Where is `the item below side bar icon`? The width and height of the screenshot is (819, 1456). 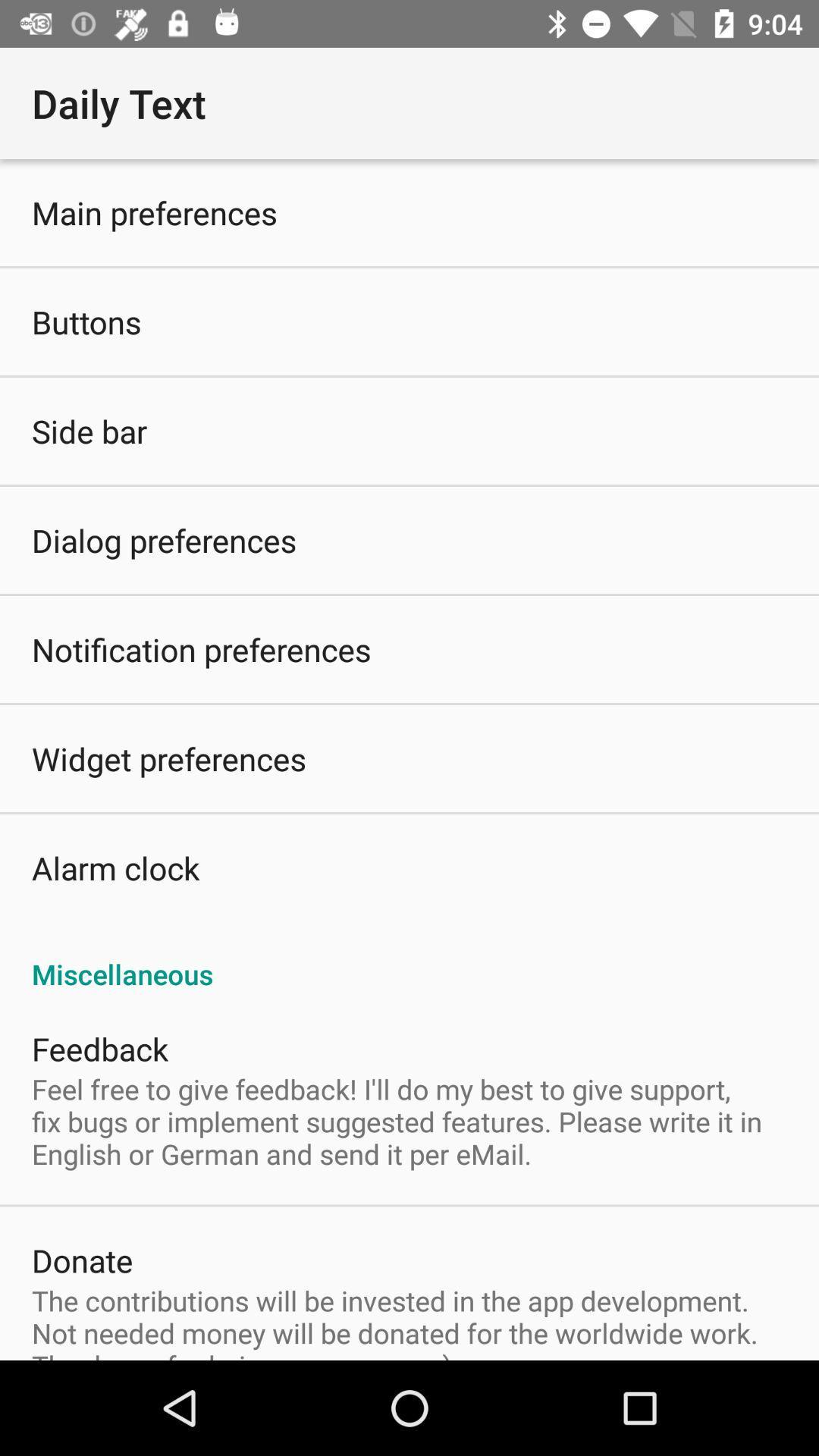 the item below side bar icon is located at coordinates (164, 540).